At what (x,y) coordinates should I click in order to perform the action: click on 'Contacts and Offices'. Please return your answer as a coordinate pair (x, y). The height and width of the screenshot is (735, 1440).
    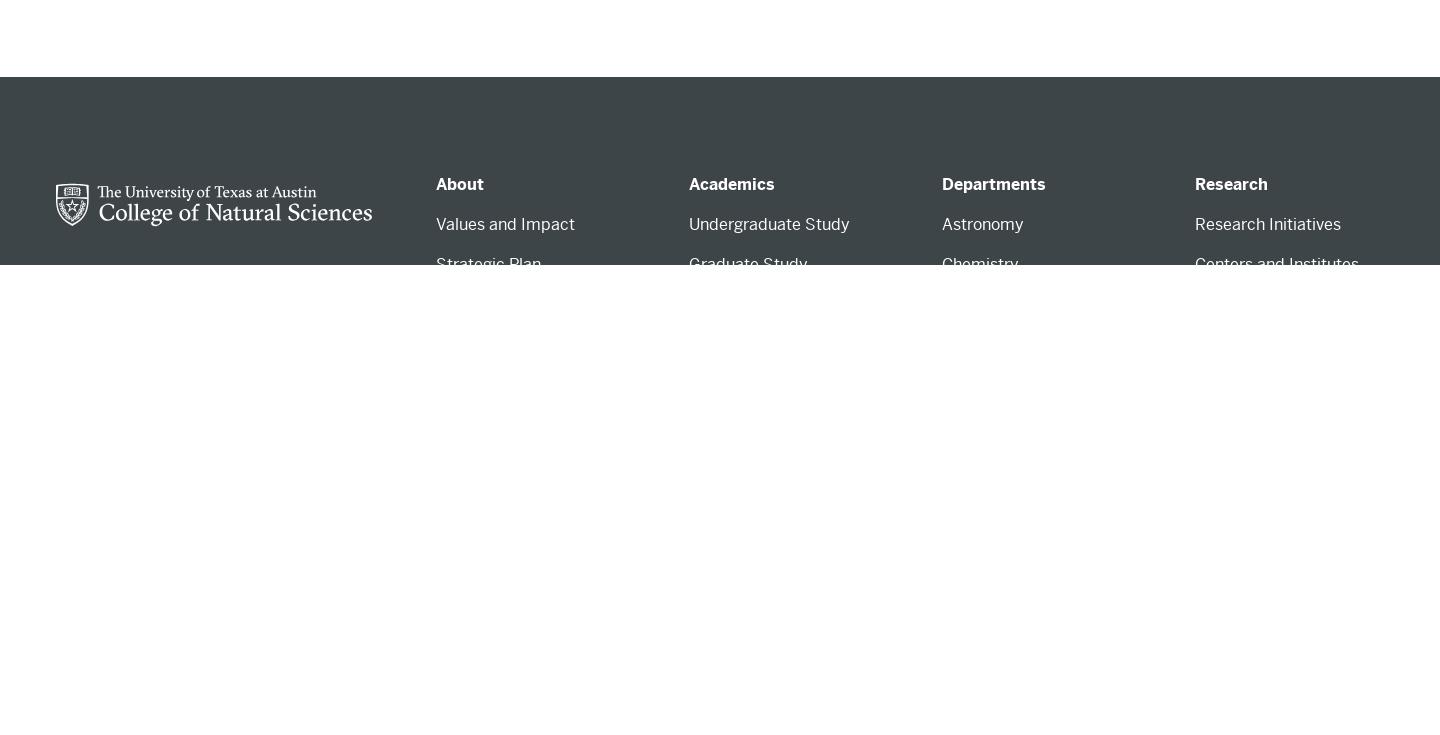
    Looking at the image, I should click on (512, 488).